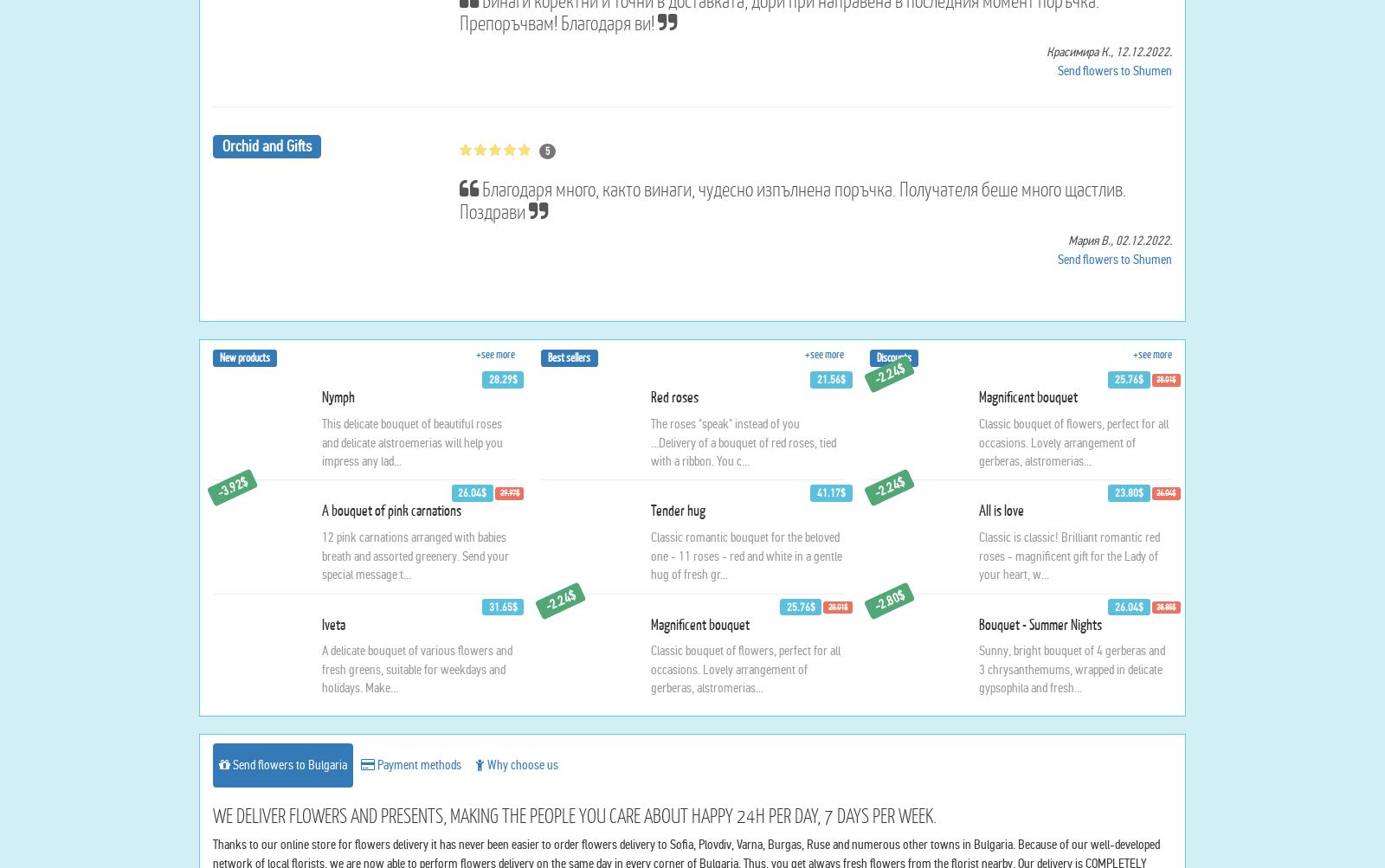 The width and height of the screenshot is (1385, 868). What do you see at coordinates (266, 411) in the screenshot?
I see `'Orchid and Gifts'` at bounding box center [266, 411].